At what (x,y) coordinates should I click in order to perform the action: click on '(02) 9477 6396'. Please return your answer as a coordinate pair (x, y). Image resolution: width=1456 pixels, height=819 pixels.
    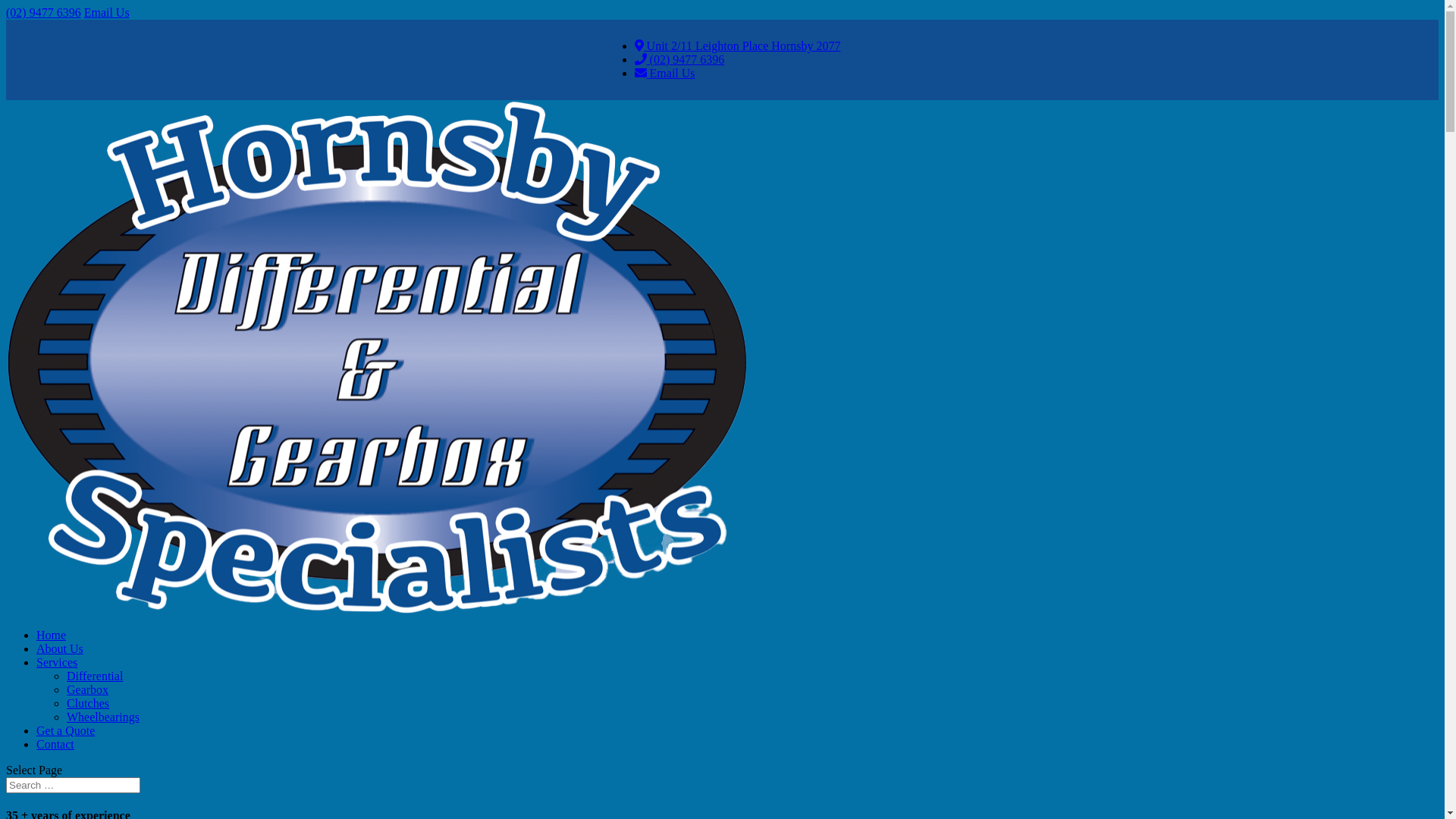
    Looking at the image, I should click on (43, 12).